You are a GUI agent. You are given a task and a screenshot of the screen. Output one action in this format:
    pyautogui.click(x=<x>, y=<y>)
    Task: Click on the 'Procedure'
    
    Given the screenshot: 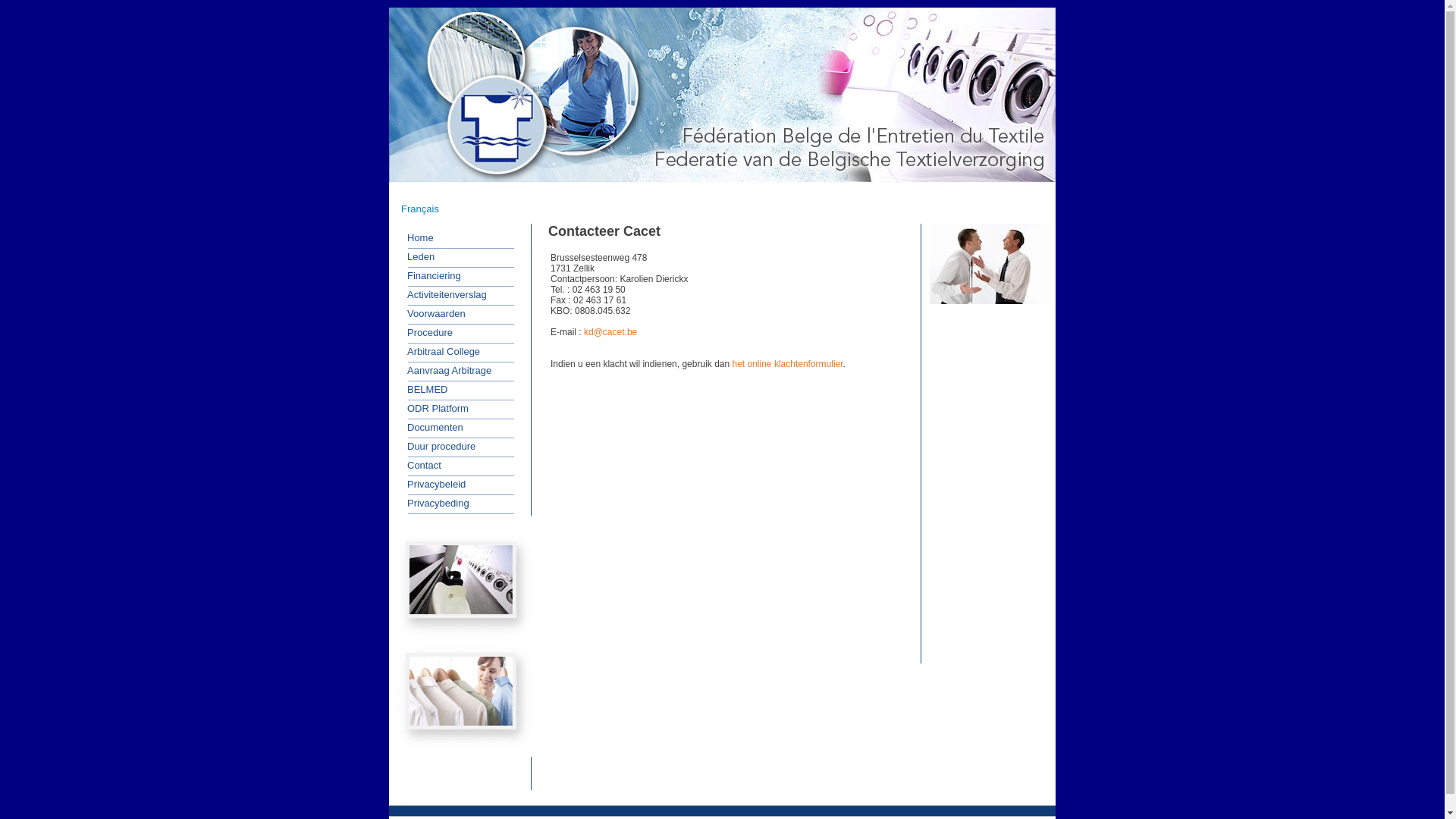 What is the action you would take?
    pyautogui.click(x=425, y=332)
    